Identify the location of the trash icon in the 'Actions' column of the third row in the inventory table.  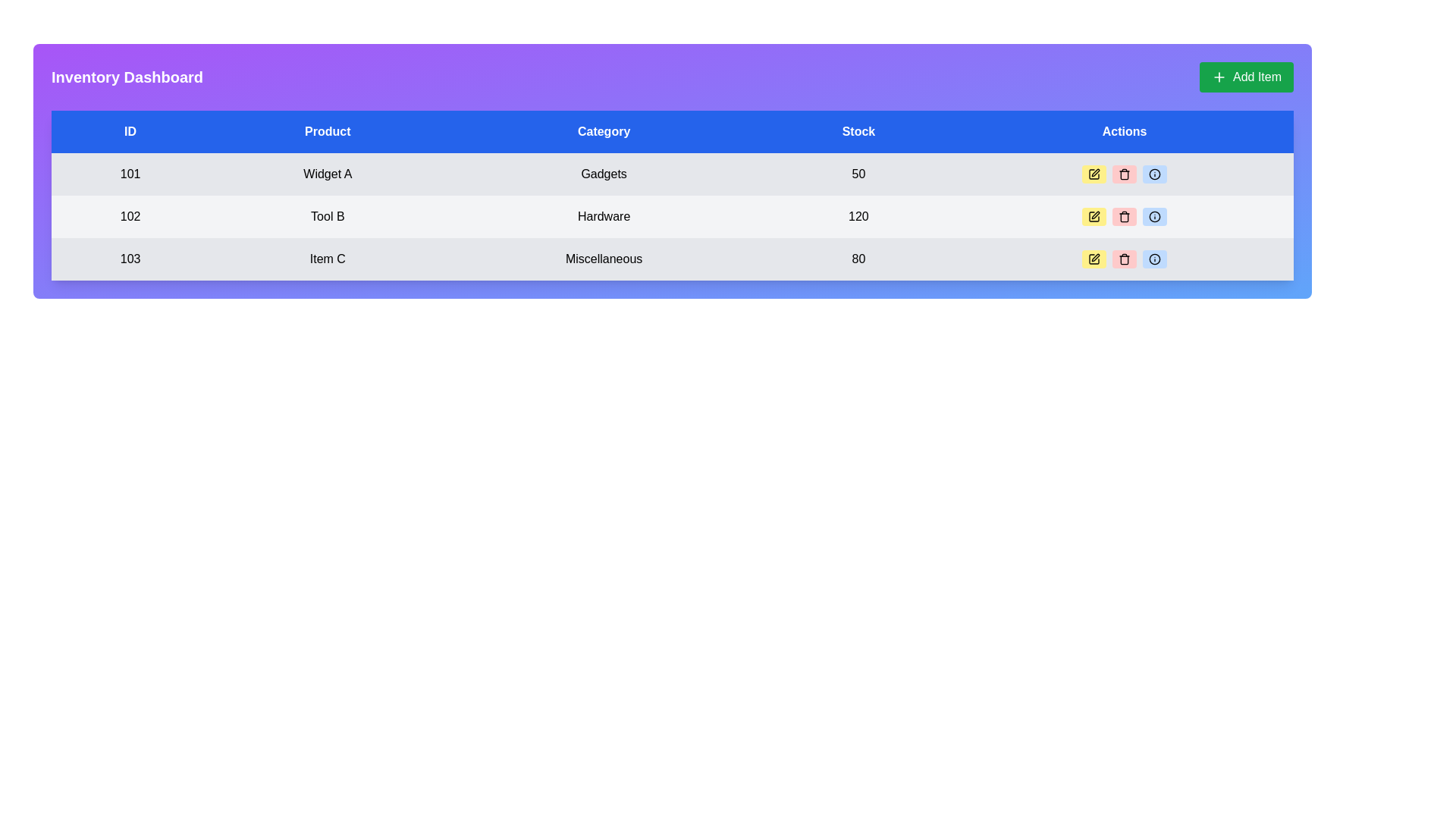
(1125, 259).